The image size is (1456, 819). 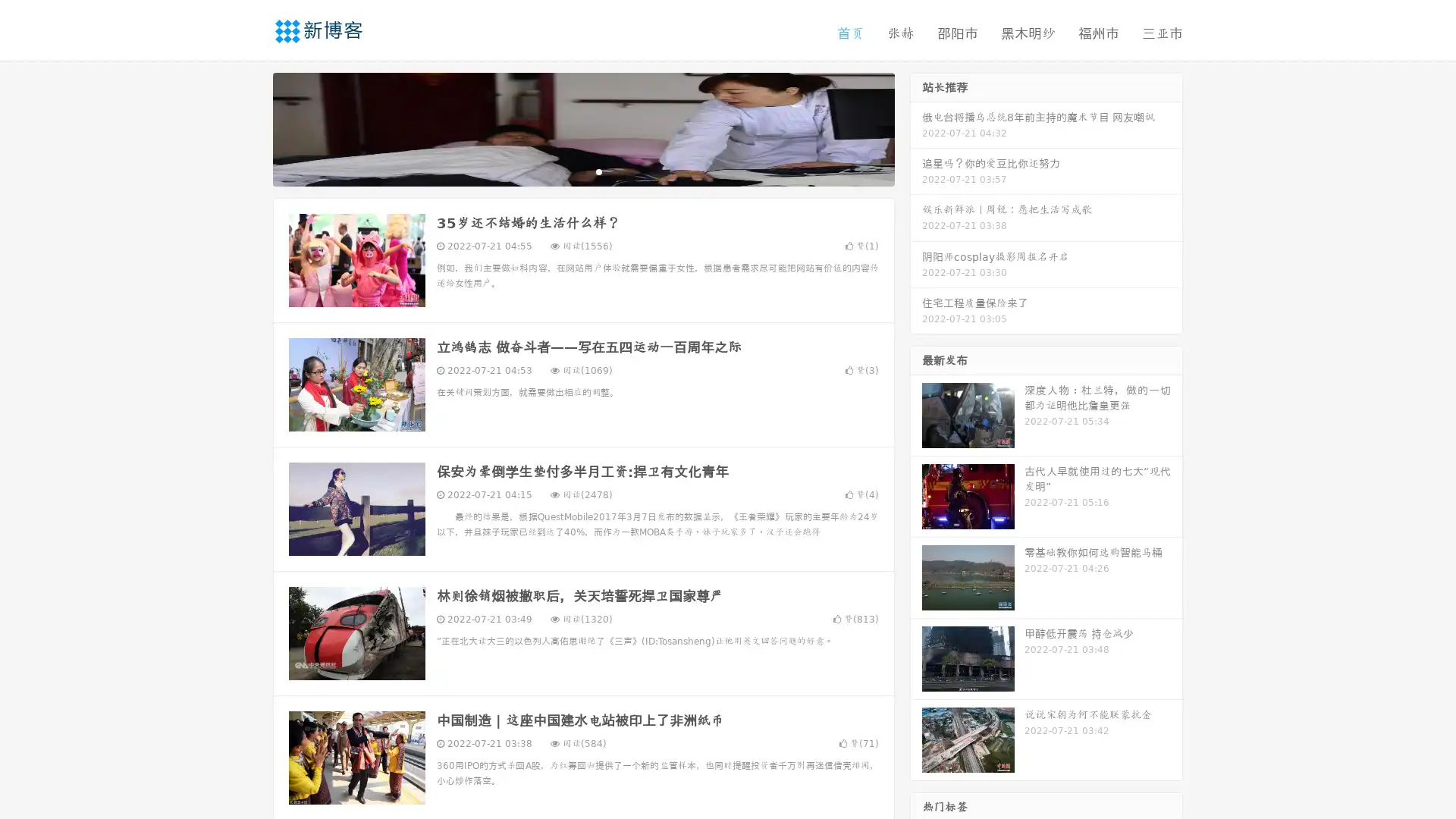 I want to click on Go to slide 2, so click(x=582, y=171).